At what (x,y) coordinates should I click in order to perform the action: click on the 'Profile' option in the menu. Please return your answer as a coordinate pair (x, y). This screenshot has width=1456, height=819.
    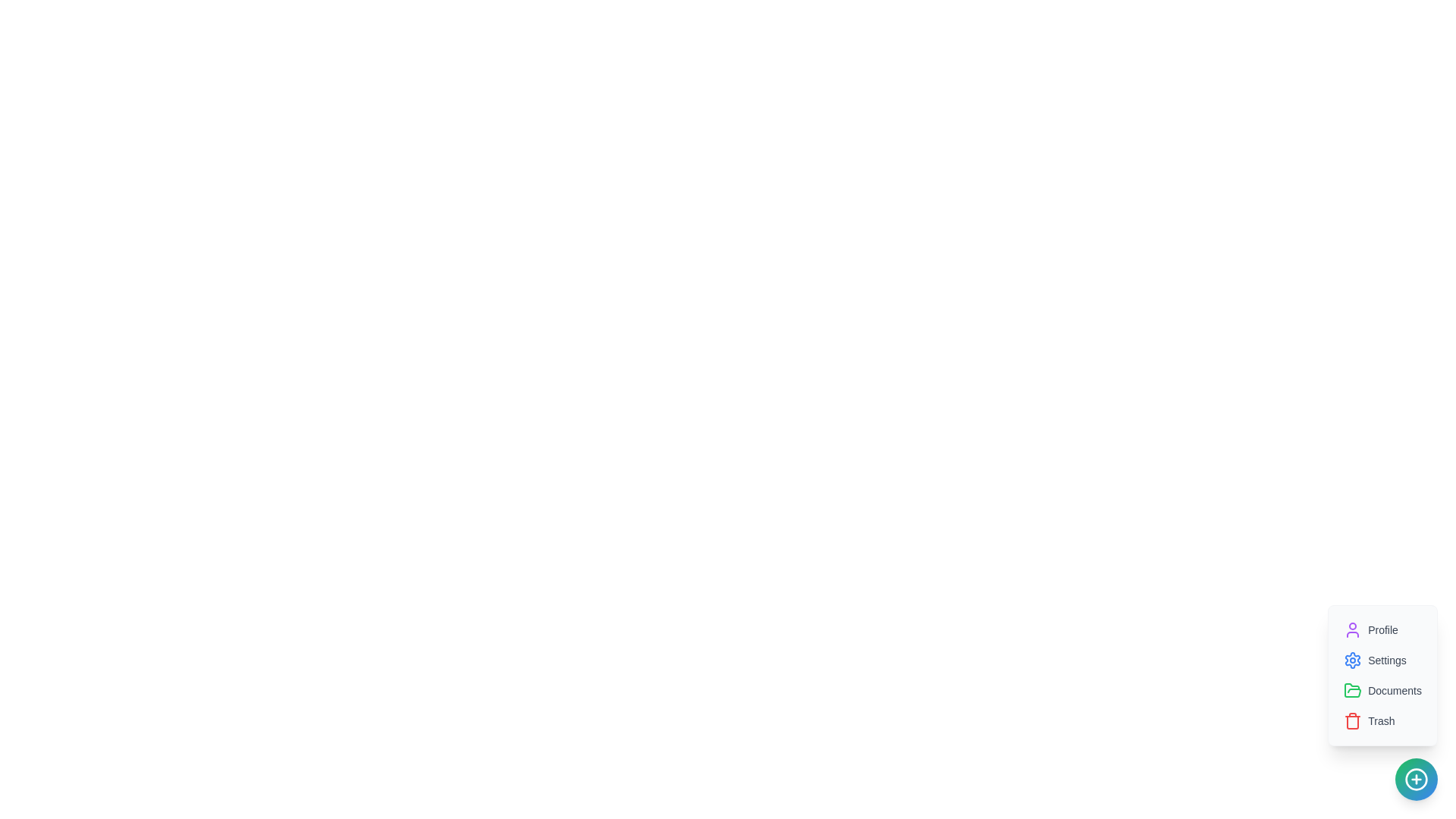
    Looking at the image, I should click on (1371, 629).